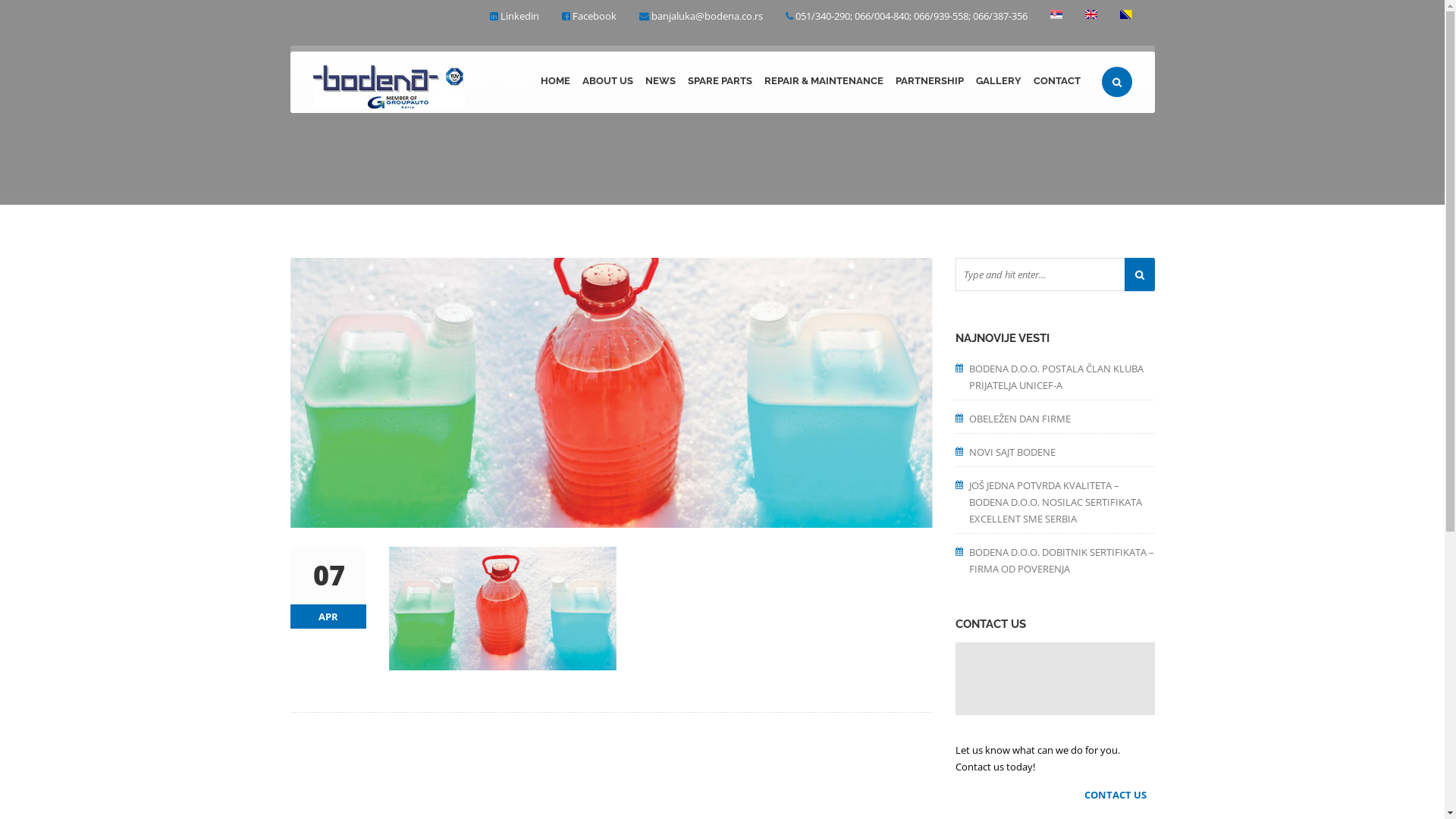  Describe the element at coordinates (592, 15) in the screenshot. I see `'Facebook'` at that location.